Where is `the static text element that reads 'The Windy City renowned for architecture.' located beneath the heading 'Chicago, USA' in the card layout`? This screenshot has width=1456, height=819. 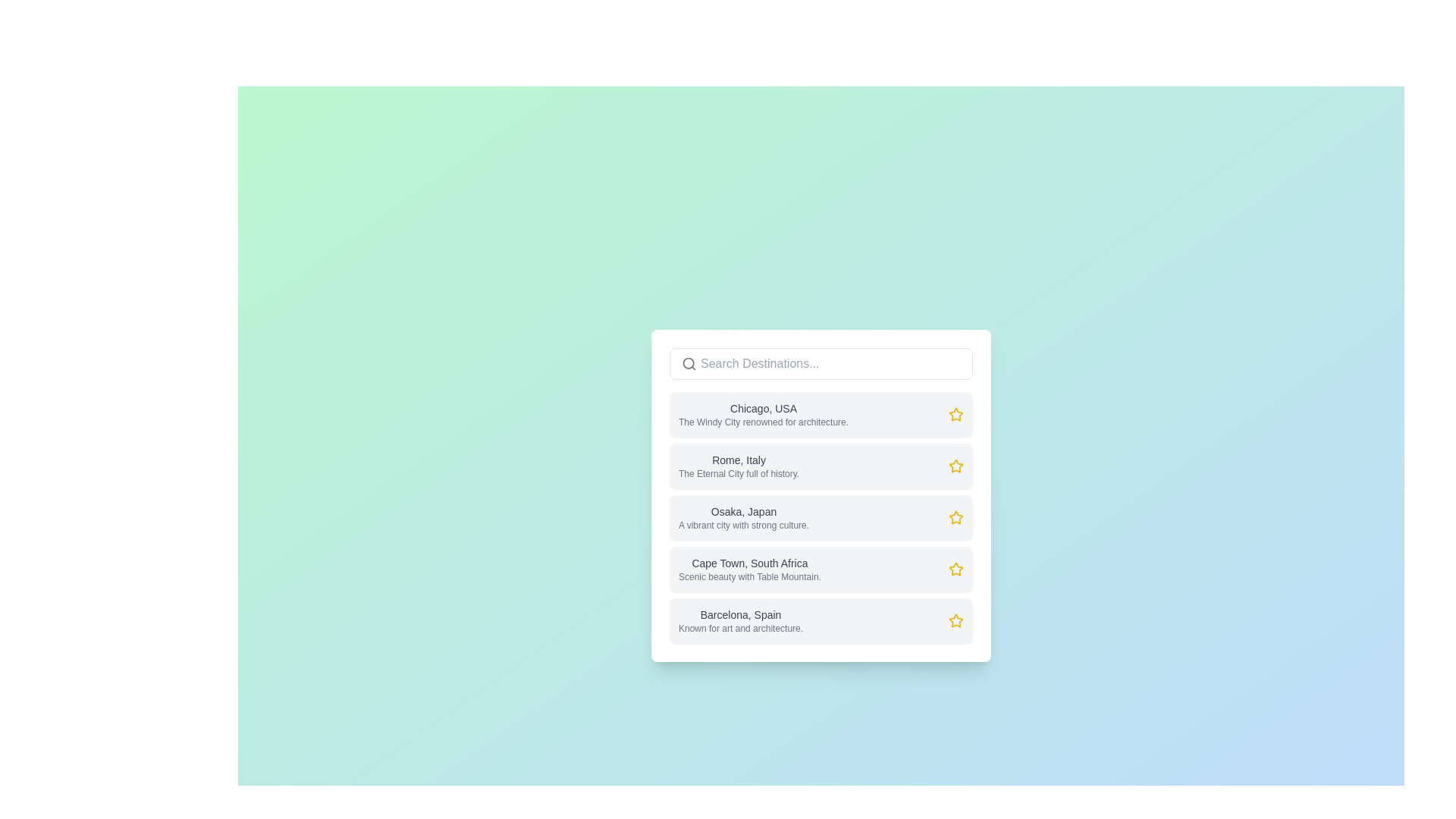
the static text element that reads 'The Windy City renowned for architecture.' located beneath the heading 'Chicago, USA' in the card layout is located at coordinates (764, 422).